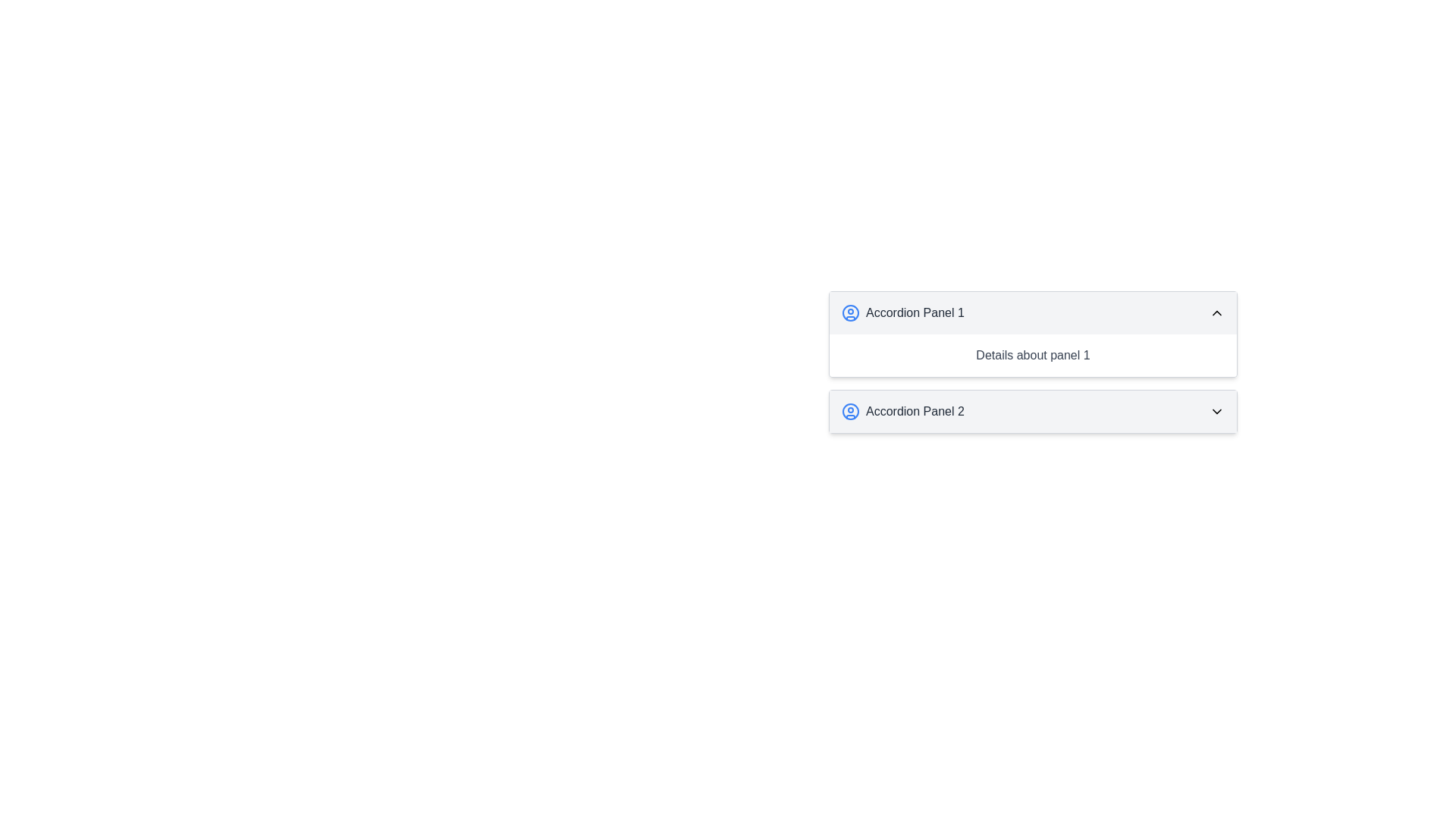 This screenshot has height=819, width=1456. What do you see at coordinates (851, 412) in the screenshot?
I see `the circular graphical representation with a blue outline located to the left of the text label 'Accordion Panel 2' in the dropdown interface` at bounding box center [851, 412].